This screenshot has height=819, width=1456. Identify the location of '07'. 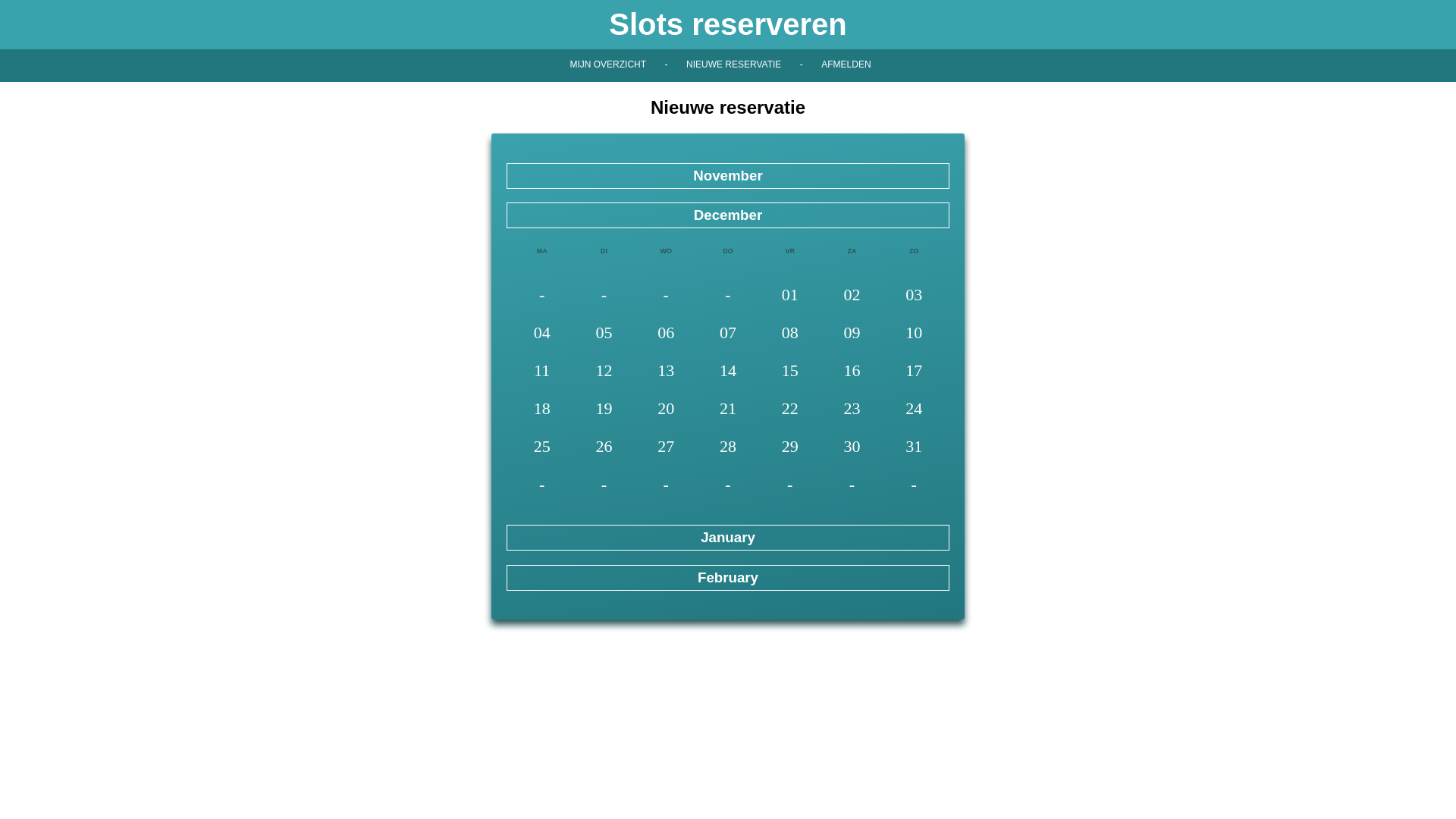
(728, 333).